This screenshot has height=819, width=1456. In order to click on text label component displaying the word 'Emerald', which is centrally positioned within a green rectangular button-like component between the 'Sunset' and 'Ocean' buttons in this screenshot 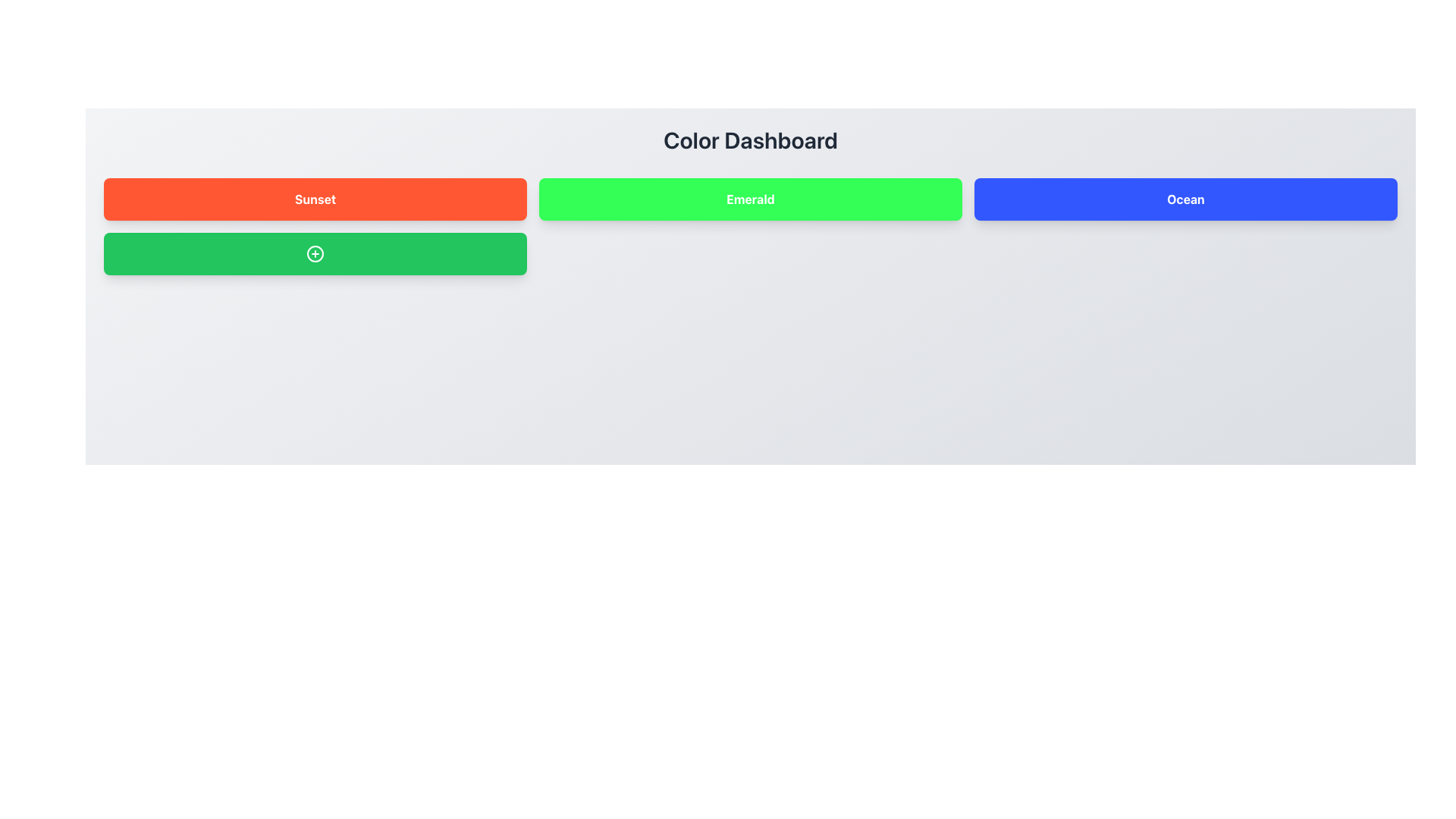, I will do `click(750, 198)`.